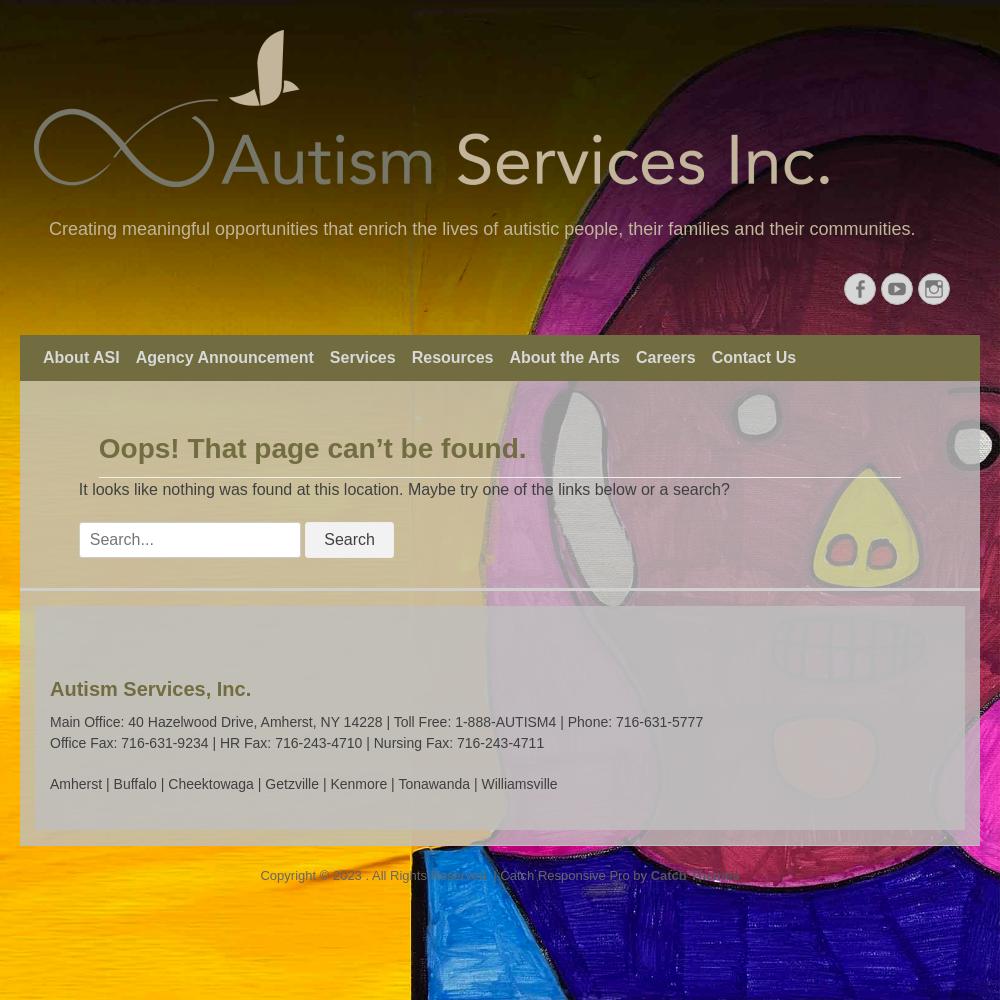  What do you see at coordinates (693, 875) in the screenshot?
I see `'Catch Themes'` at bounding box center [693, 875].